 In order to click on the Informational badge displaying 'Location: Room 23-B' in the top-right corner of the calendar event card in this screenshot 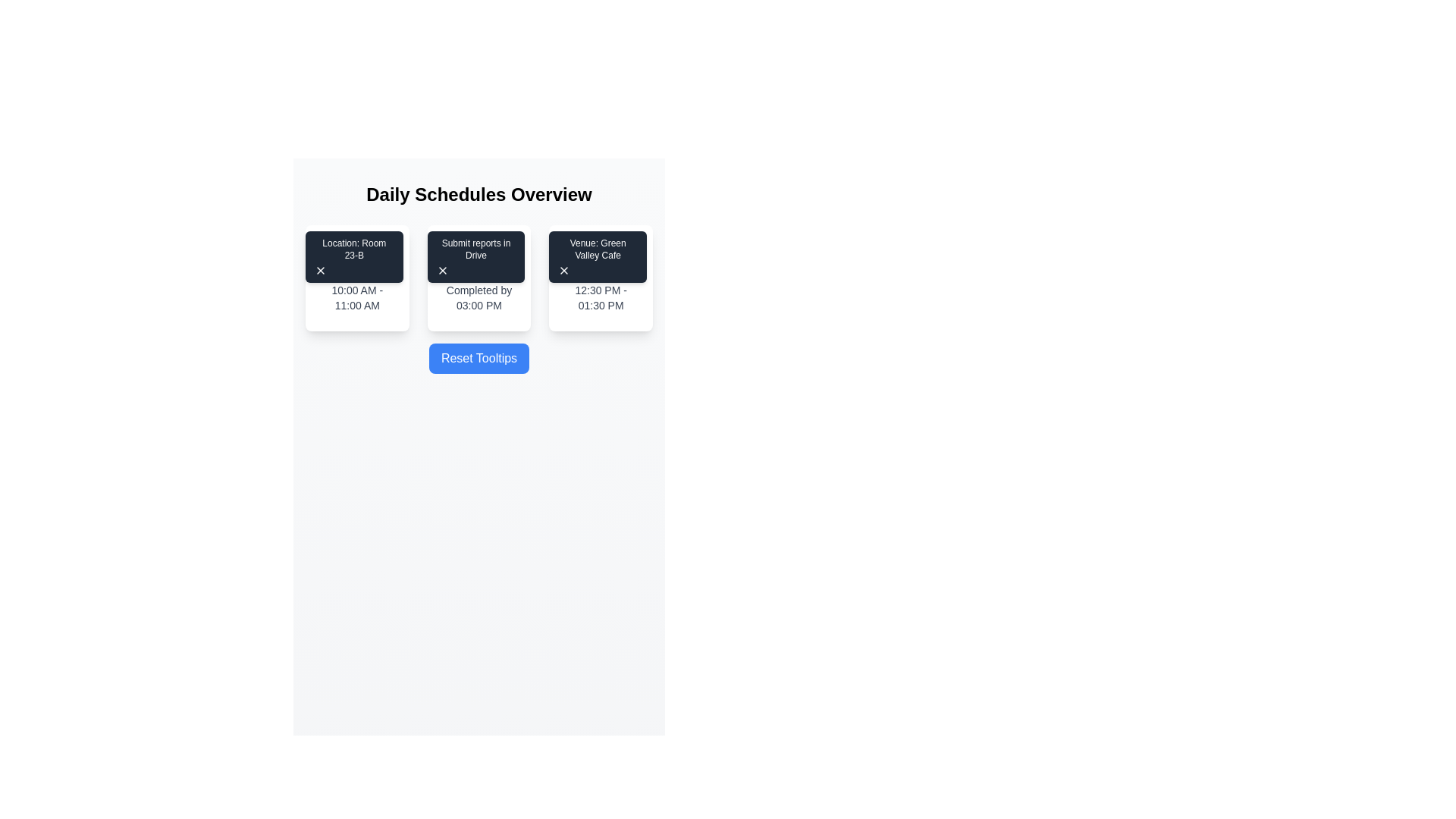, I will do `click(353, 256)`.